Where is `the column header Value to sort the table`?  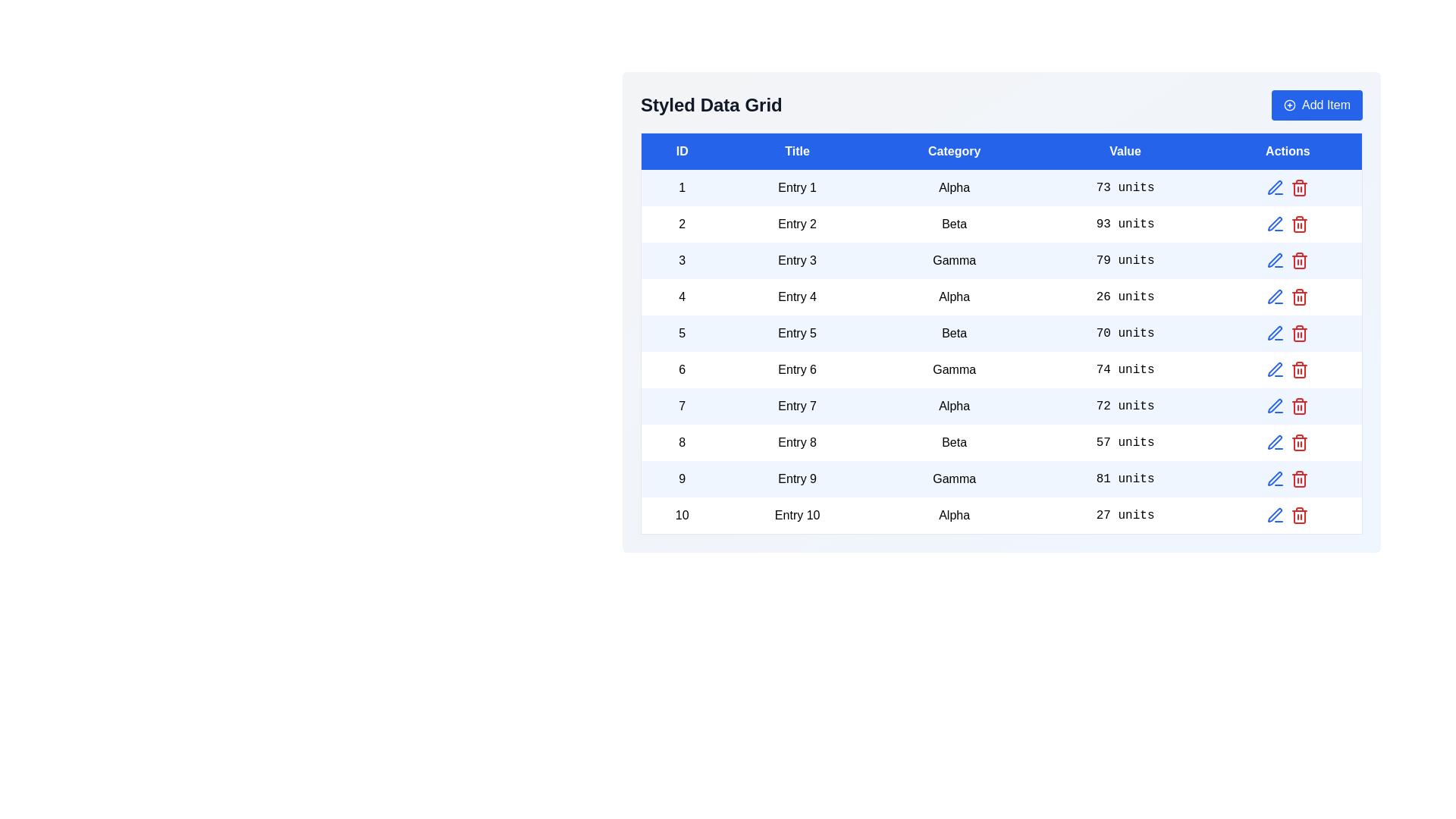 the column header Value to sort the table is located at coordinates (1125, 151).